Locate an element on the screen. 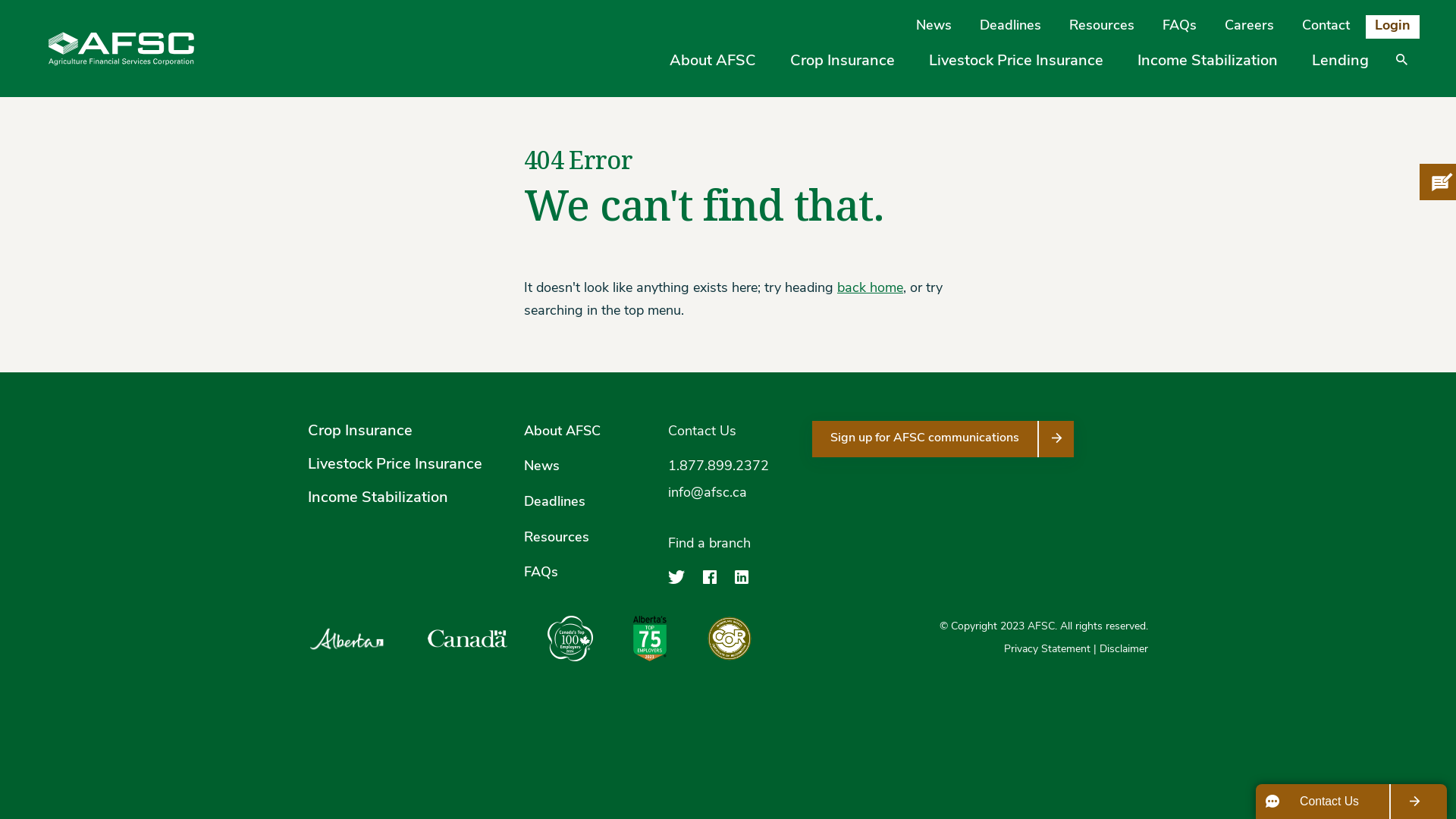 This screenshot has height=819, width=1456. 'Login' is located at coordinates (1365, 27).